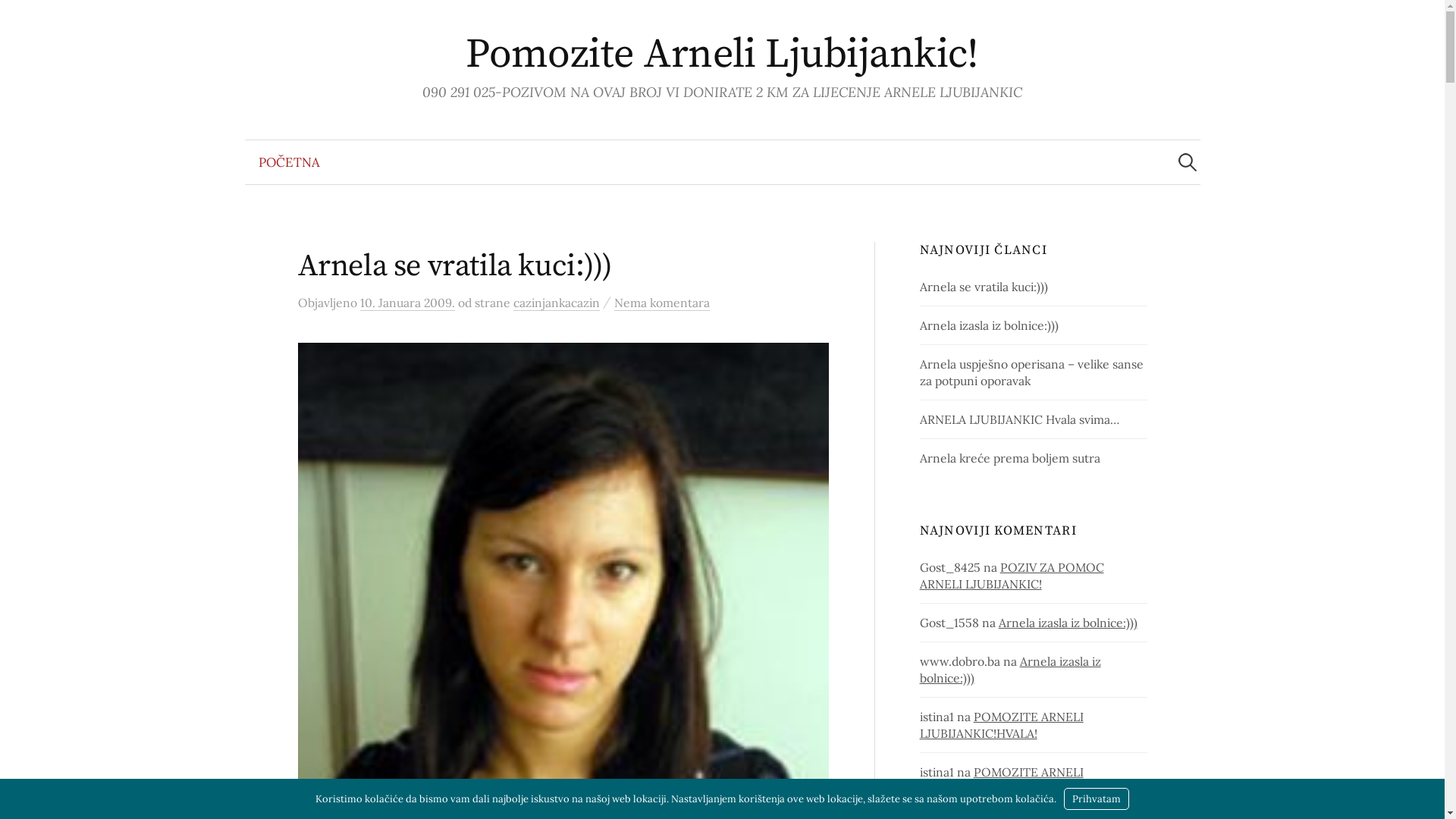  Describe the element at coordinates (662, 303) in the screenshot. I see `'Nema komentara` at that location.